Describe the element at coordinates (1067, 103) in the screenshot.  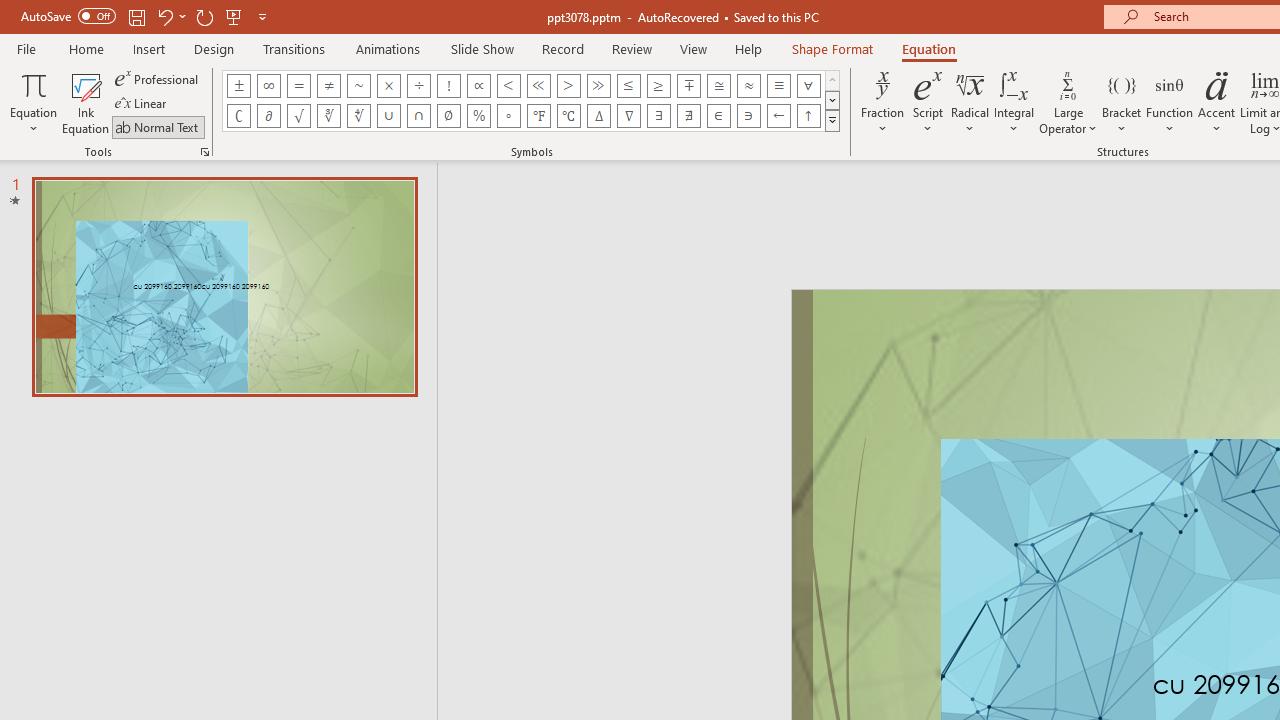
I see `'Large Operator'` at that location.